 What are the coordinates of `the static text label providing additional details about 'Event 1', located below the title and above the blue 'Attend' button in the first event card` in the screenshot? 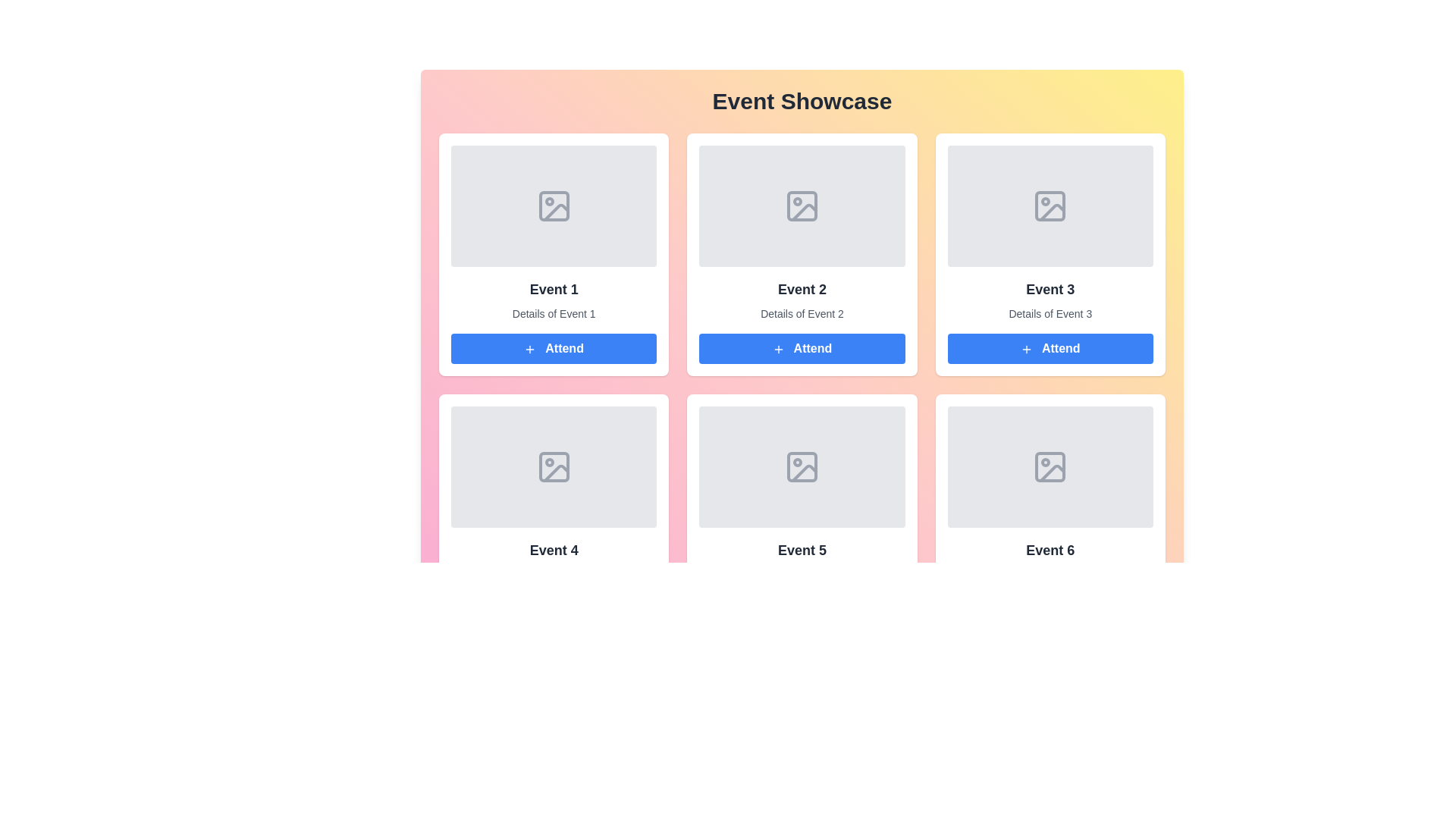 It's located at (553, 312).